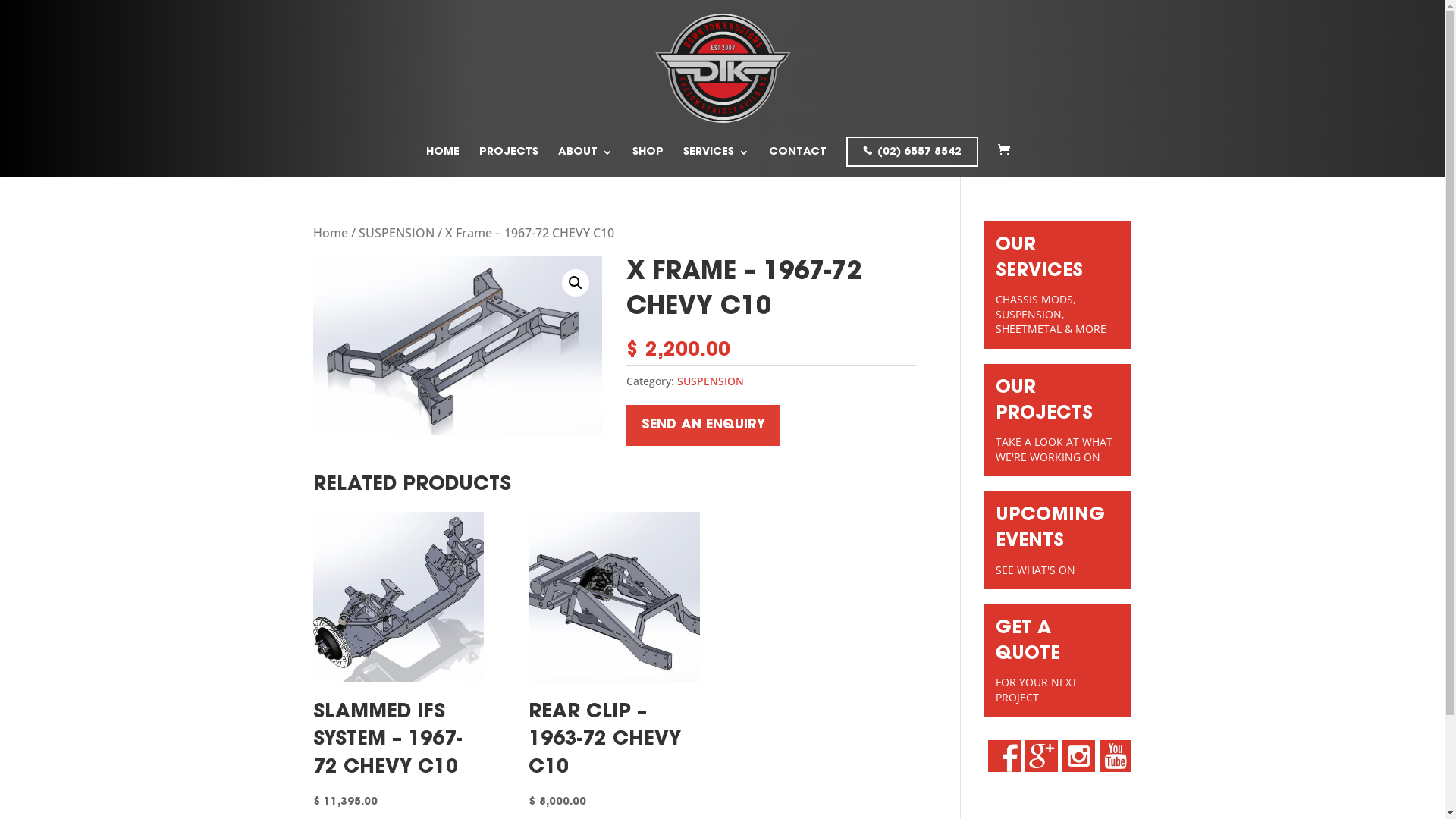 This screenshot has width=1456, height=819. I want to click on 'SUSPENSION', so click(709, 380).